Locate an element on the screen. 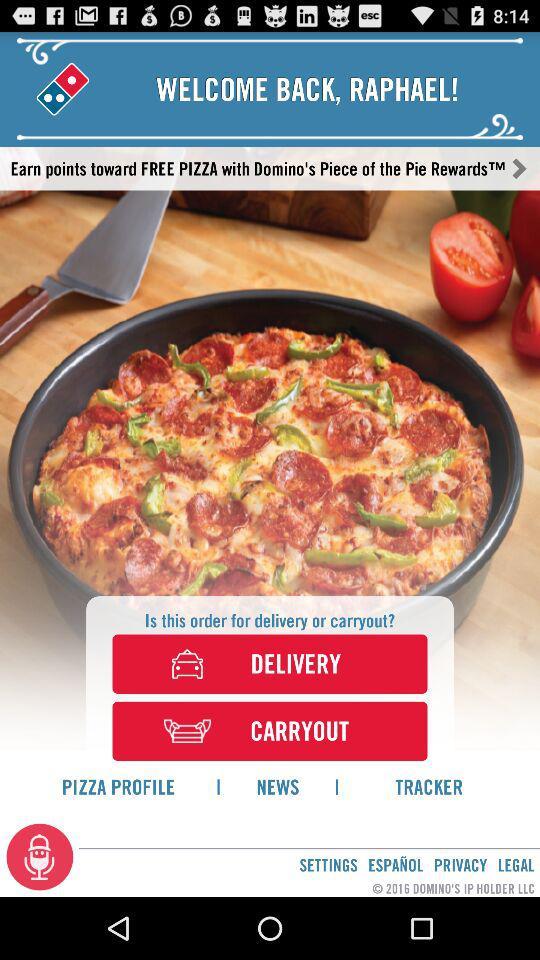  app next to | app is located at coordinates (428, 786).